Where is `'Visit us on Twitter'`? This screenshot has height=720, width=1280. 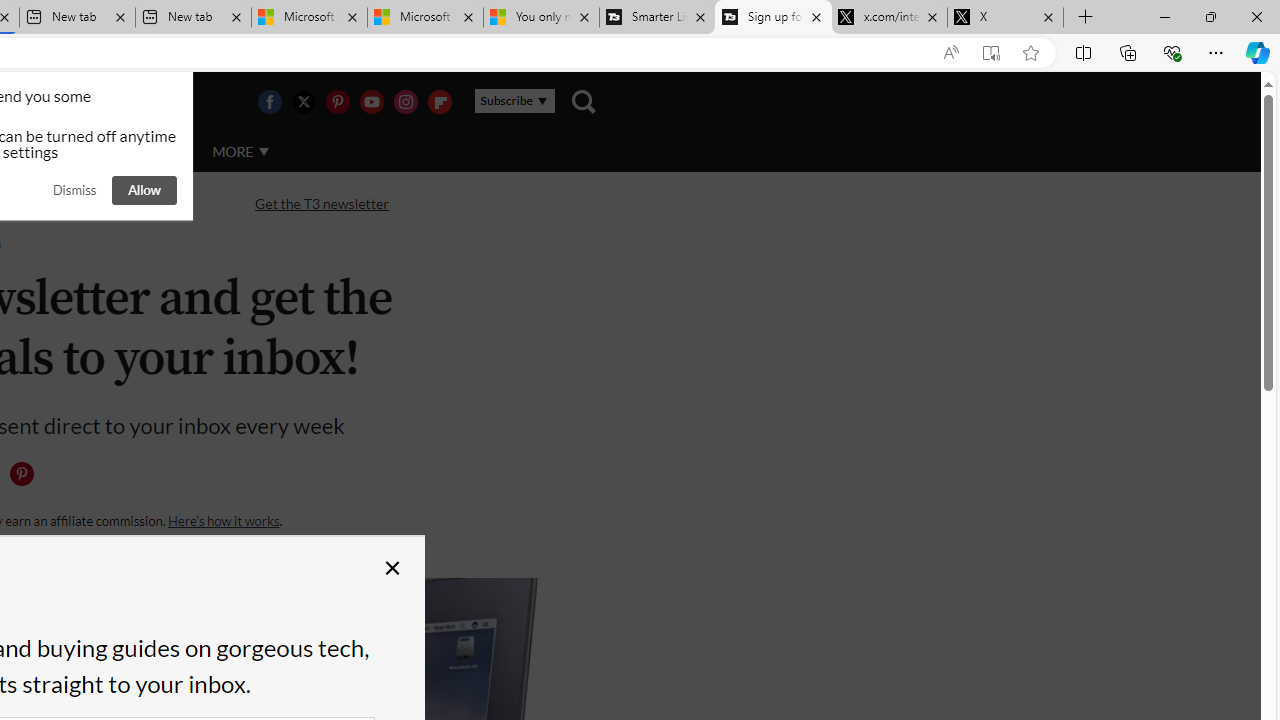
'Visit us on Twitter' is located at coordinates (302, 101).